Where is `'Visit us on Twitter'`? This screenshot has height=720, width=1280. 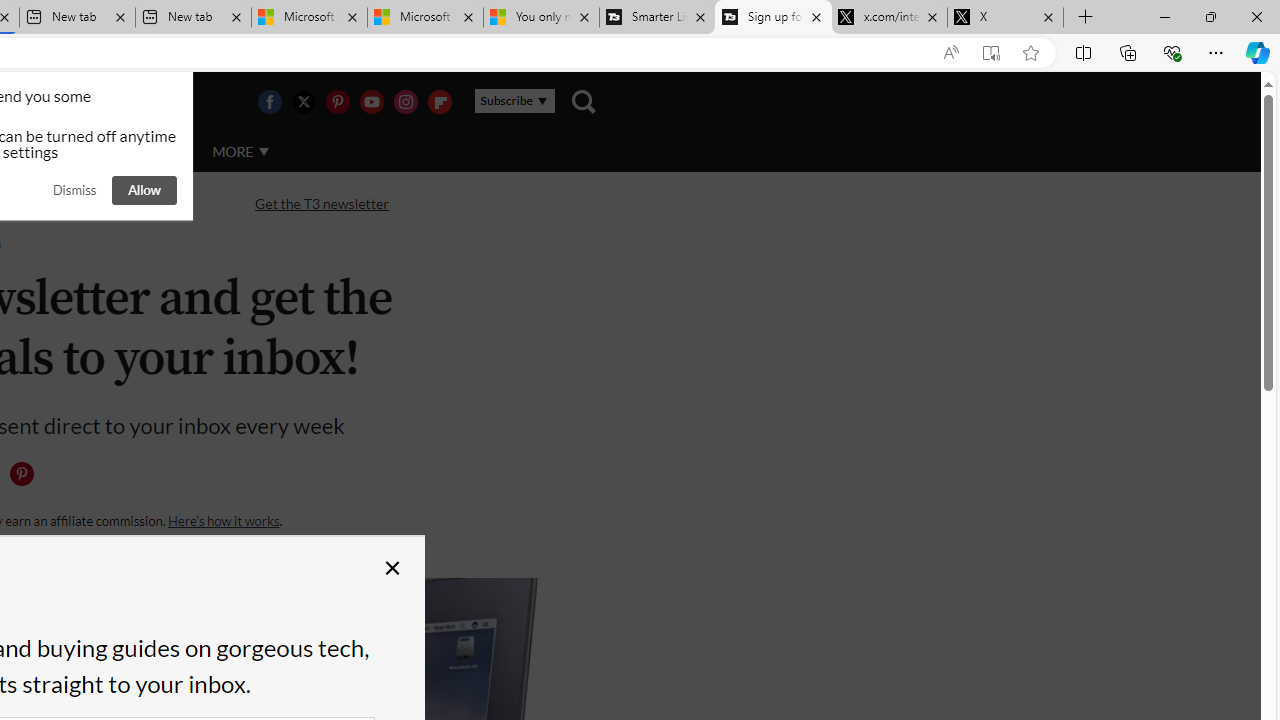
'Visit us on Twitter' is located at coordinates (302, 101).